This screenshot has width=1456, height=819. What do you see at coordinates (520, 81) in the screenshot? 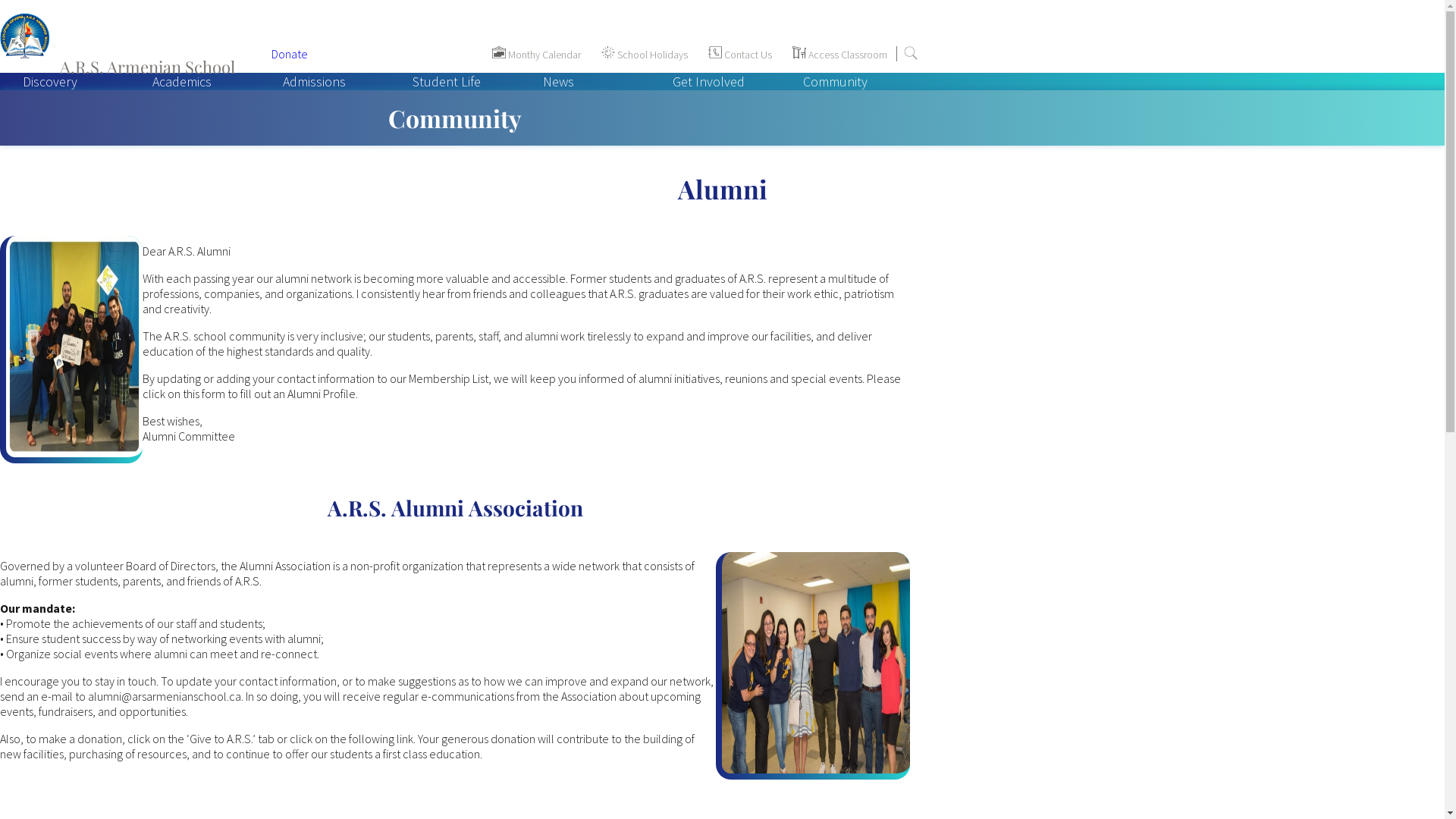
I see `'News'` at bounding box center [520, 81].